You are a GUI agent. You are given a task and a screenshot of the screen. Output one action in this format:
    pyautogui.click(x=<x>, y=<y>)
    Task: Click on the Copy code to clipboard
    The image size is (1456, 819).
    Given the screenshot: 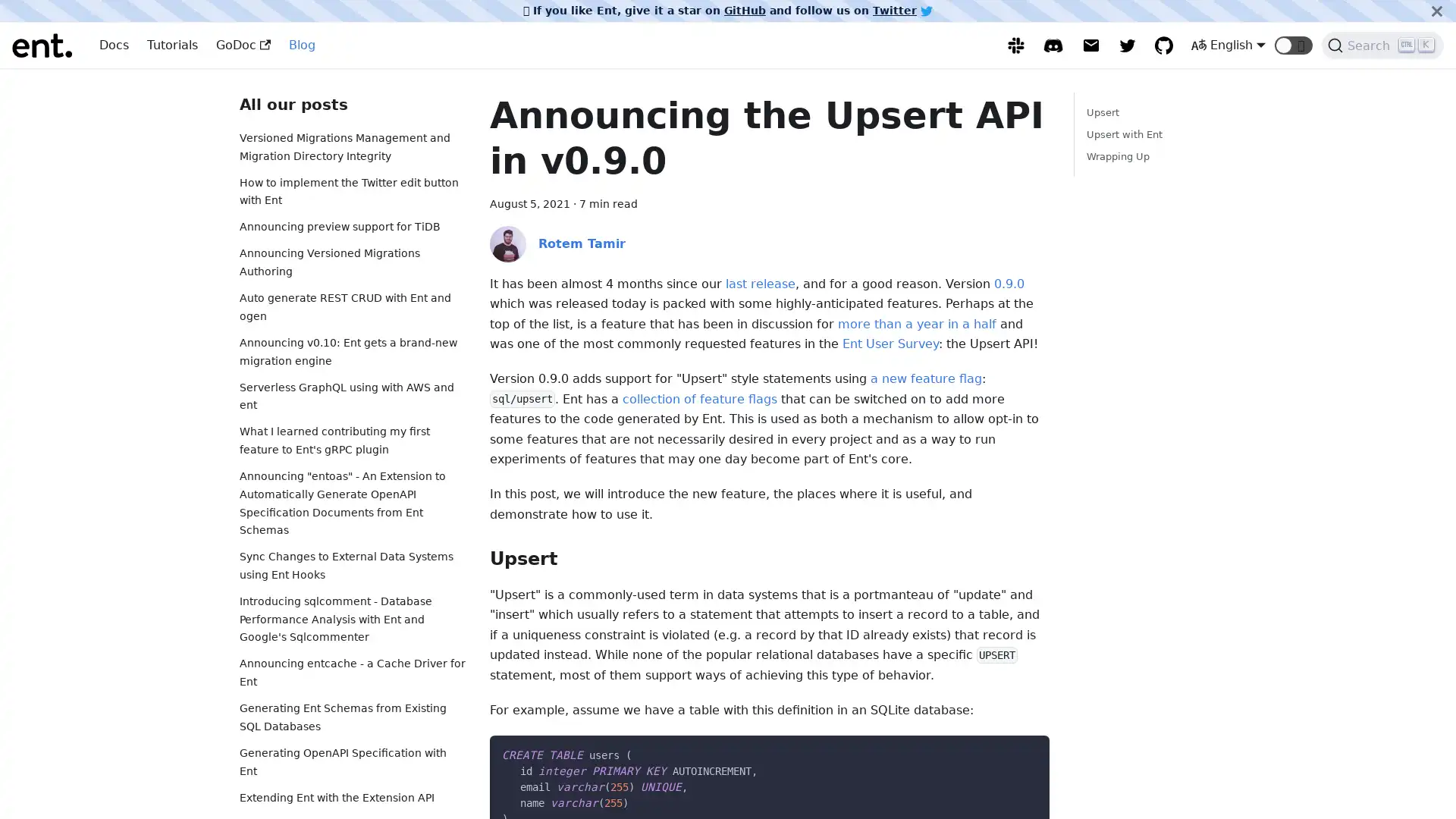 What is the action you would take?
    pyautogui.click(x=1024, y=752)
    